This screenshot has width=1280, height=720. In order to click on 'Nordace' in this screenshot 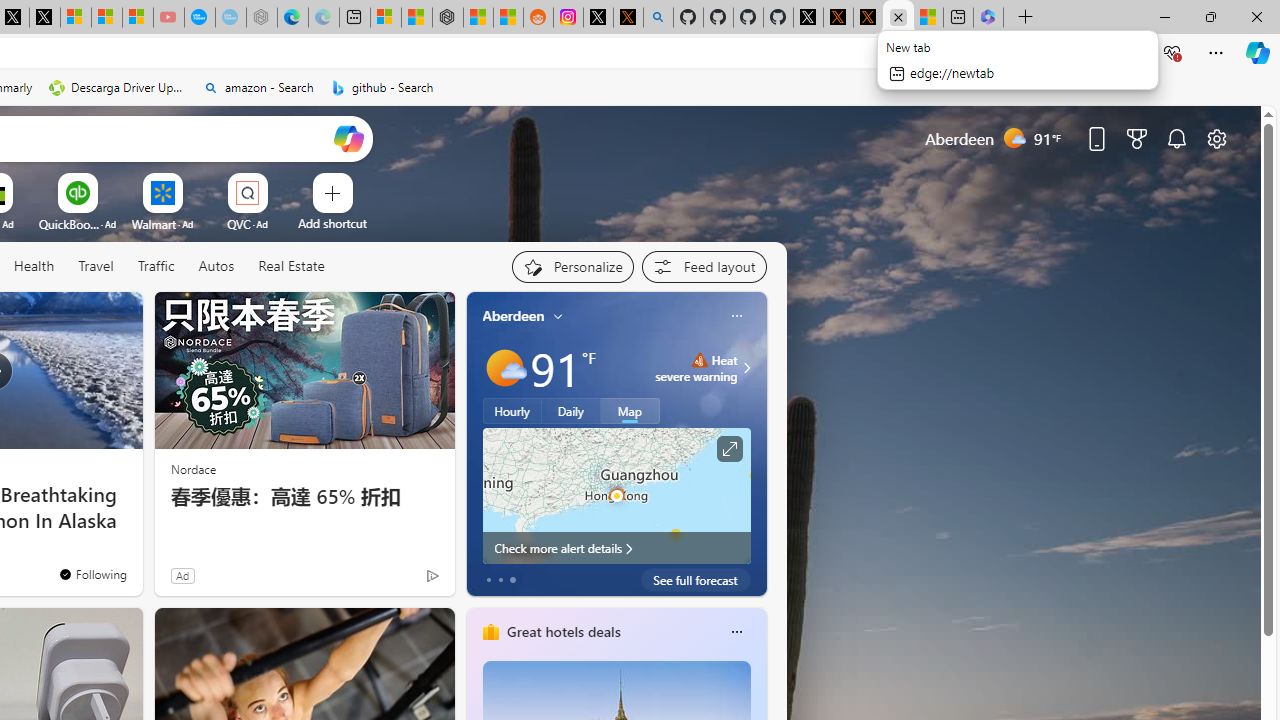, I will do `click(193, 468)`.